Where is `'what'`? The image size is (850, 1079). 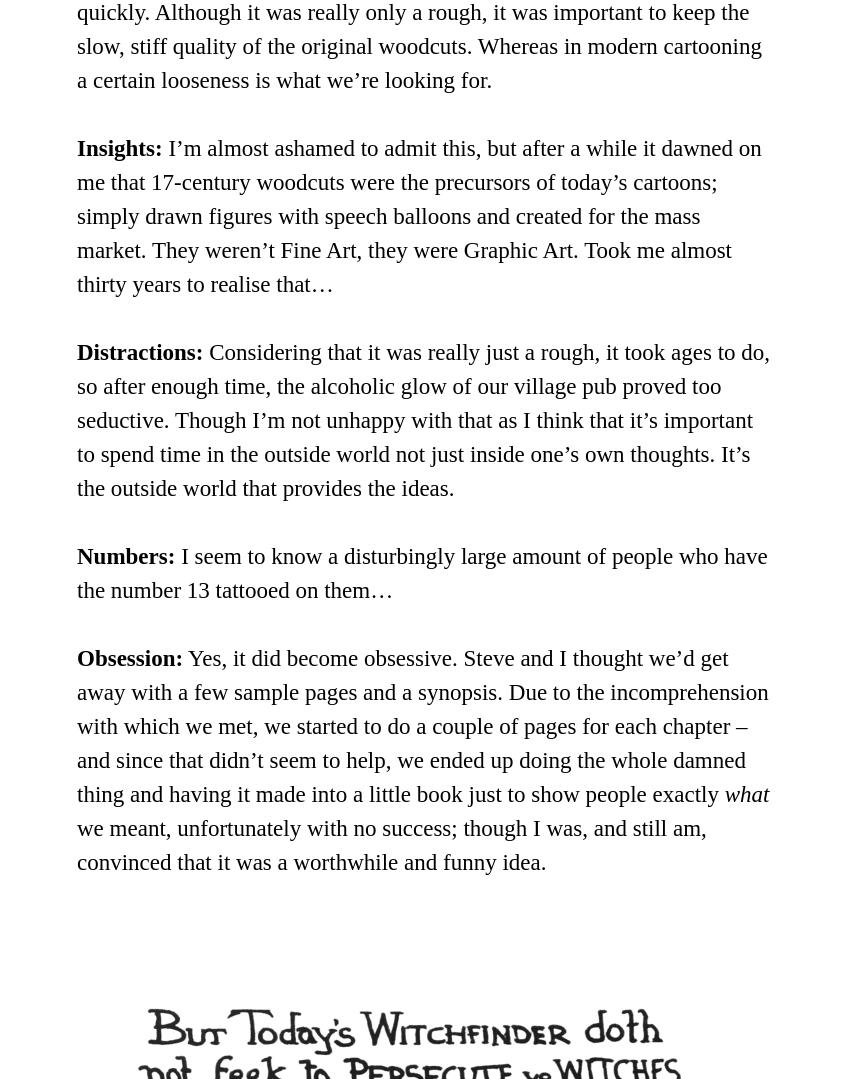
'what' is located at coordinates (746, 793).